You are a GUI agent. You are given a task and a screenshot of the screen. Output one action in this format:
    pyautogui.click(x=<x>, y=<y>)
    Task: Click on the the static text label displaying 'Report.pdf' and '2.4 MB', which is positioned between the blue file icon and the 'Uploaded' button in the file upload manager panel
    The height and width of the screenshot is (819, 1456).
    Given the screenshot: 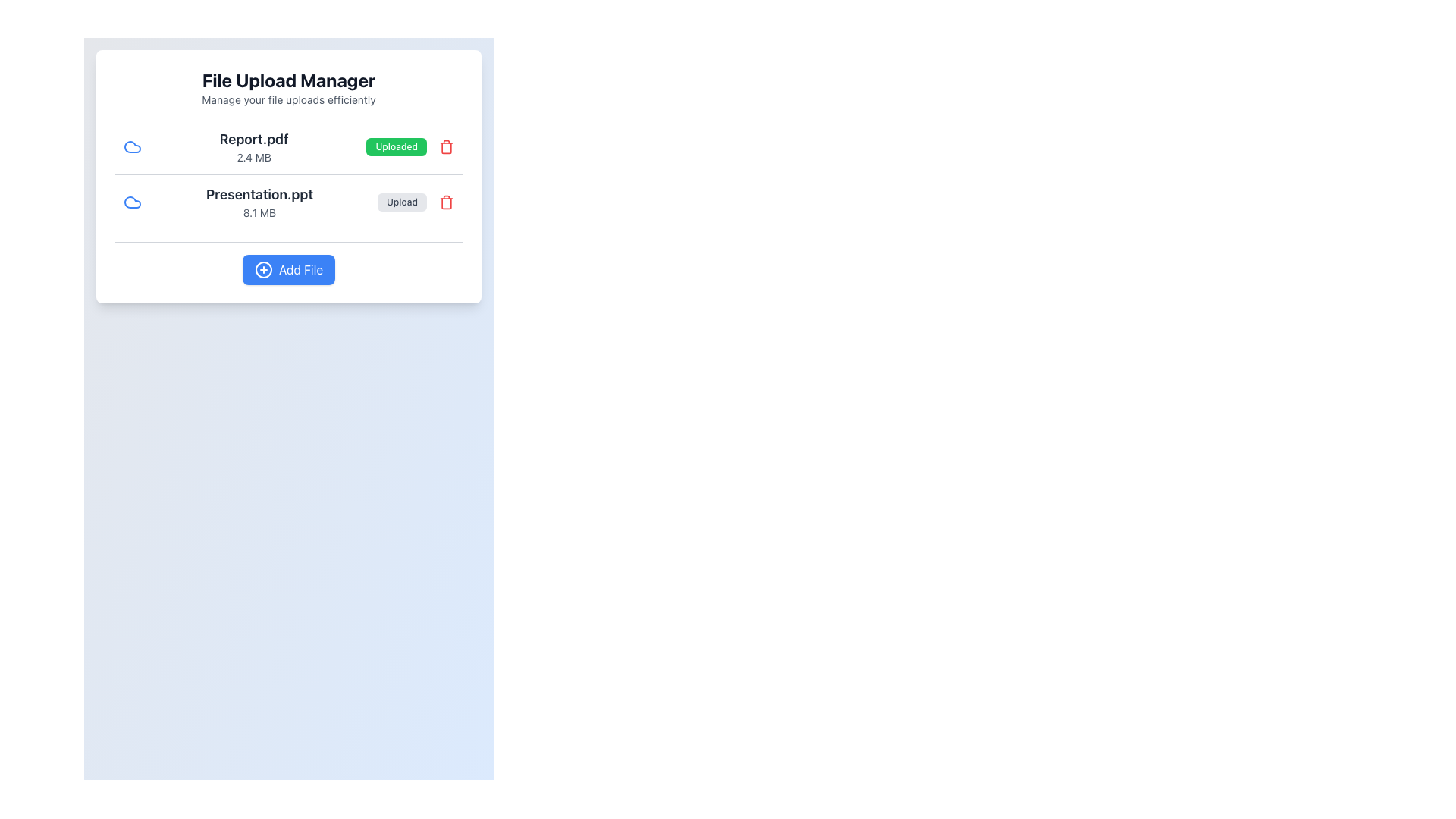 What is the action you would take?
    pyautogui.click(x=254, y=146)
    